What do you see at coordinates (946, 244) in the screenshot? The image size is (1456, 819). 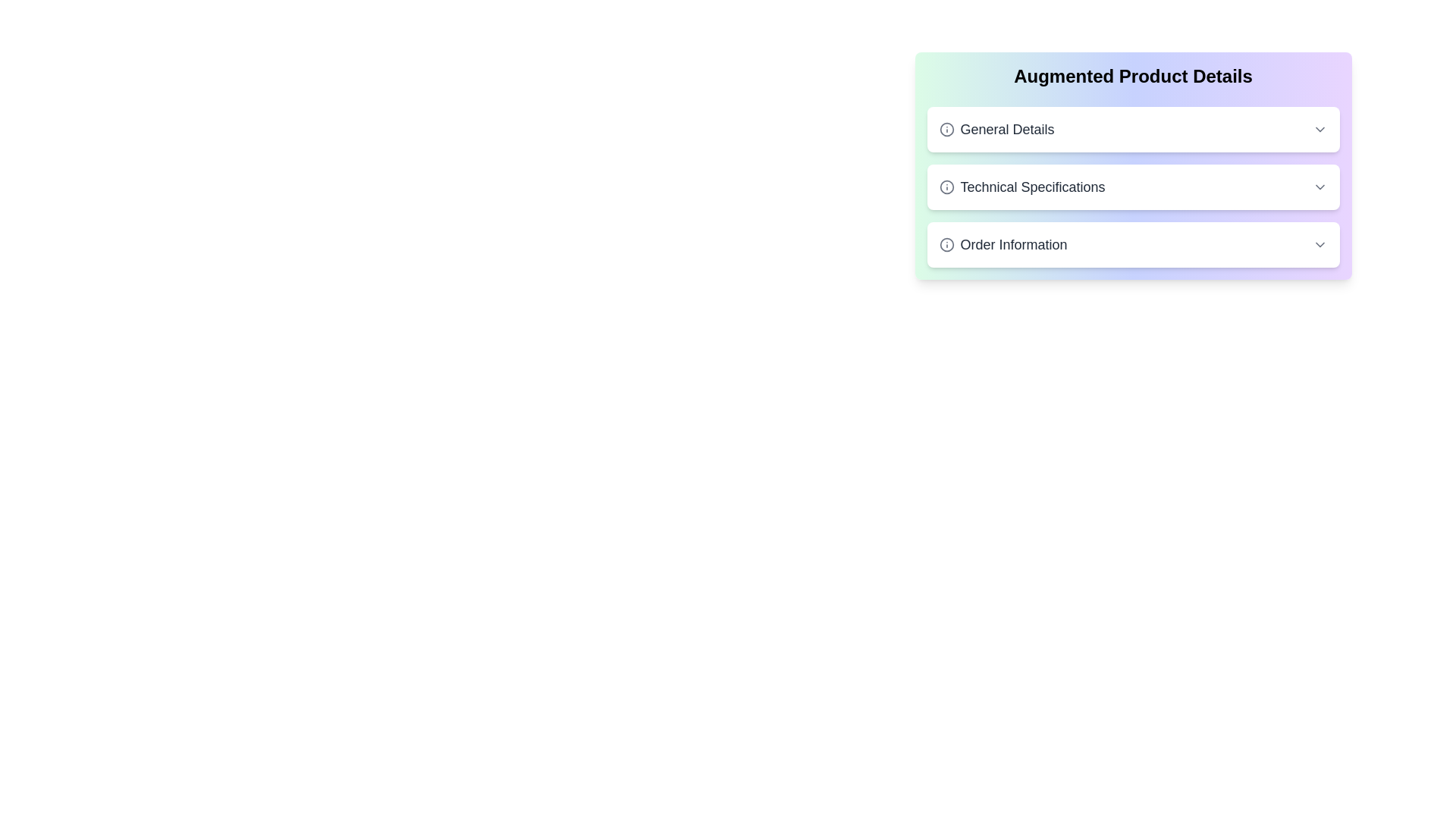 I see `the appearance of the circular component of the info icon located to the left of the 'Order Information' section title` at bounding box center [946, 244].